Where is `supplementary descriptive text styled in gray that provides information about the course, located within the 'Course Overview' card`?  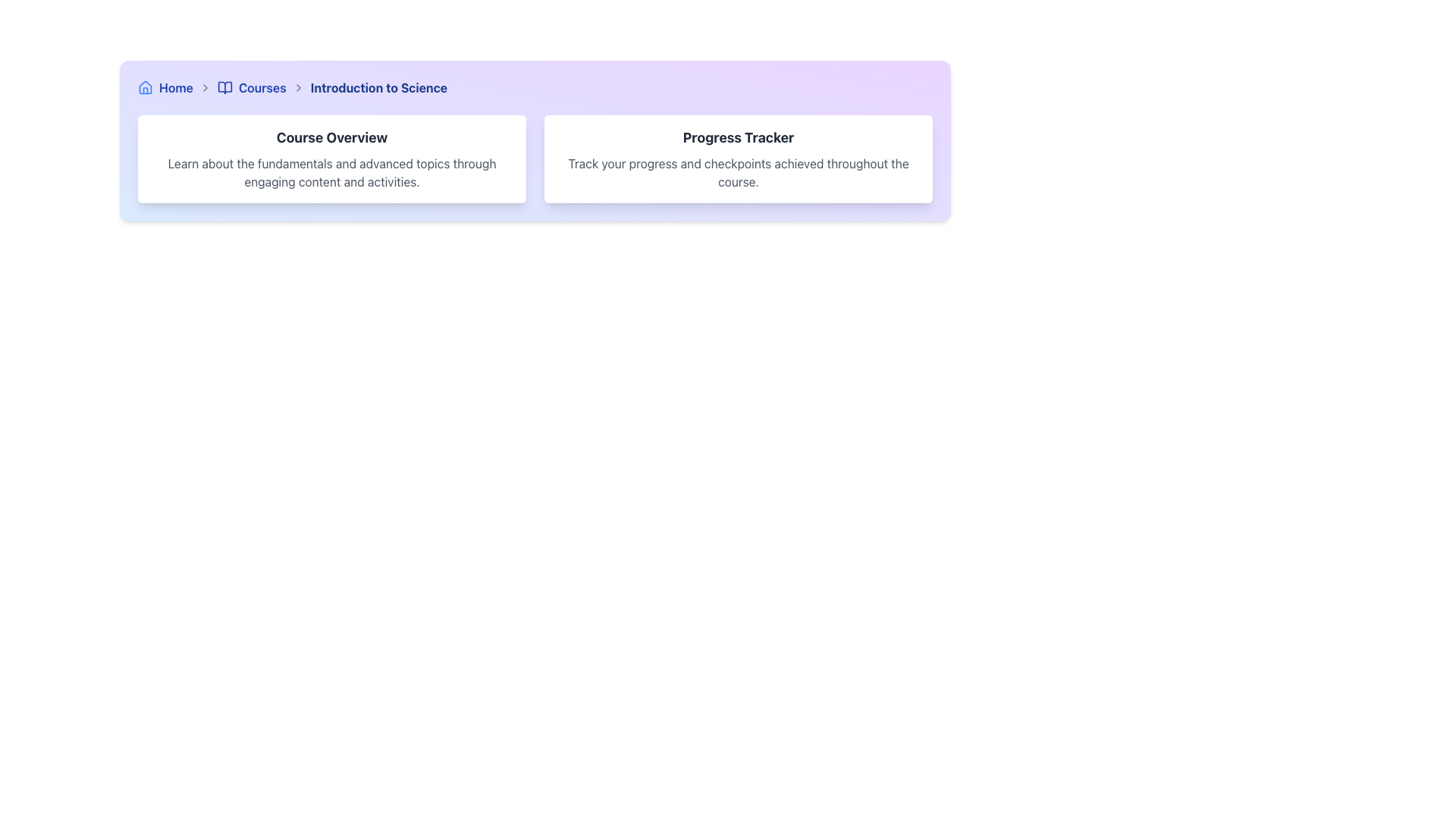 supplementary descriptive text styled in gray that provides information about the course, located within the 'Course Overview' card is located at coordinates (331, 171).